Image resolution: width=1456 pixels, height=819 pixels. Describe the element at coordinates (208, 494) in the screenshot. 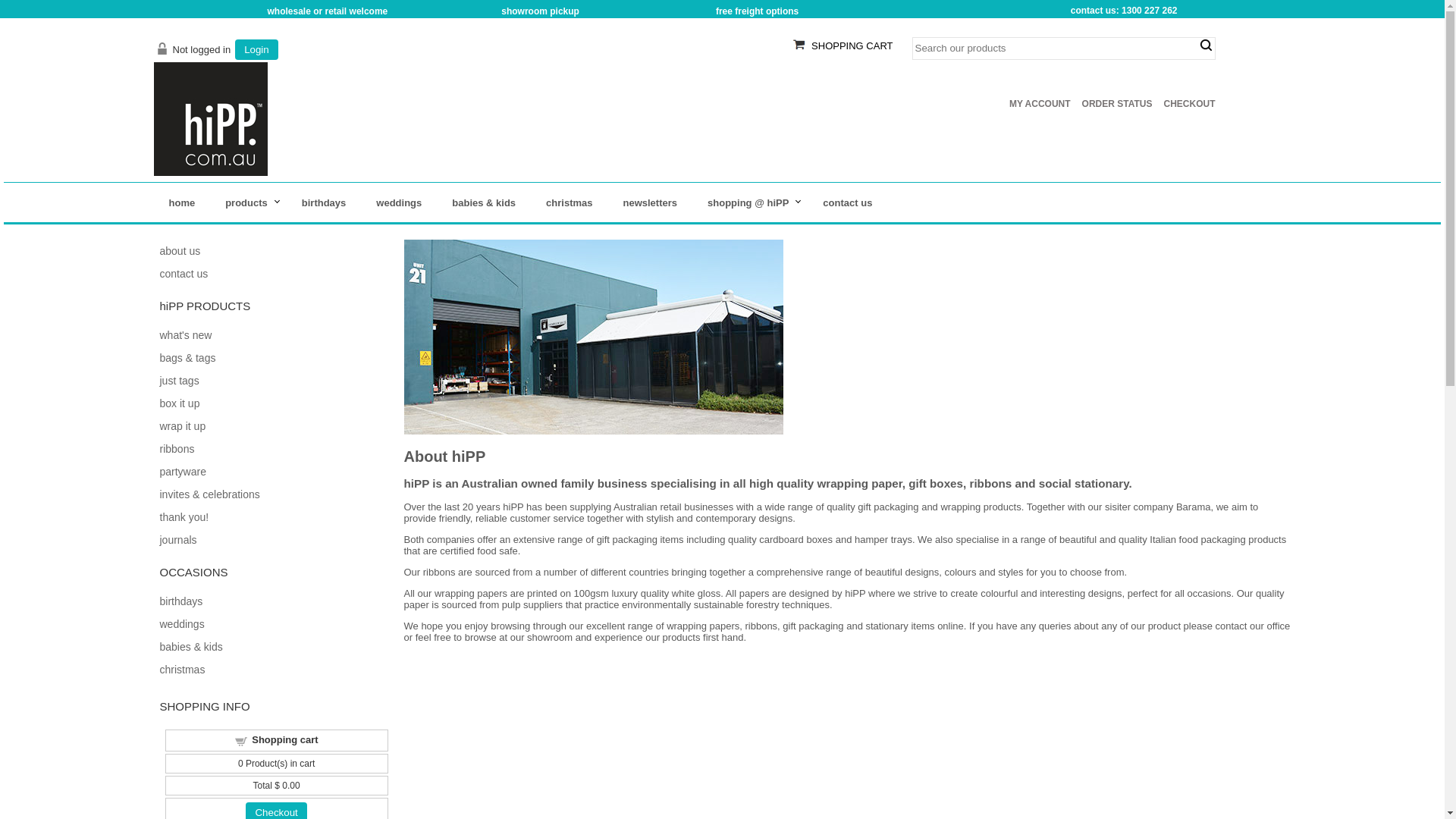

I see `'invites & celebrations'` at that location.